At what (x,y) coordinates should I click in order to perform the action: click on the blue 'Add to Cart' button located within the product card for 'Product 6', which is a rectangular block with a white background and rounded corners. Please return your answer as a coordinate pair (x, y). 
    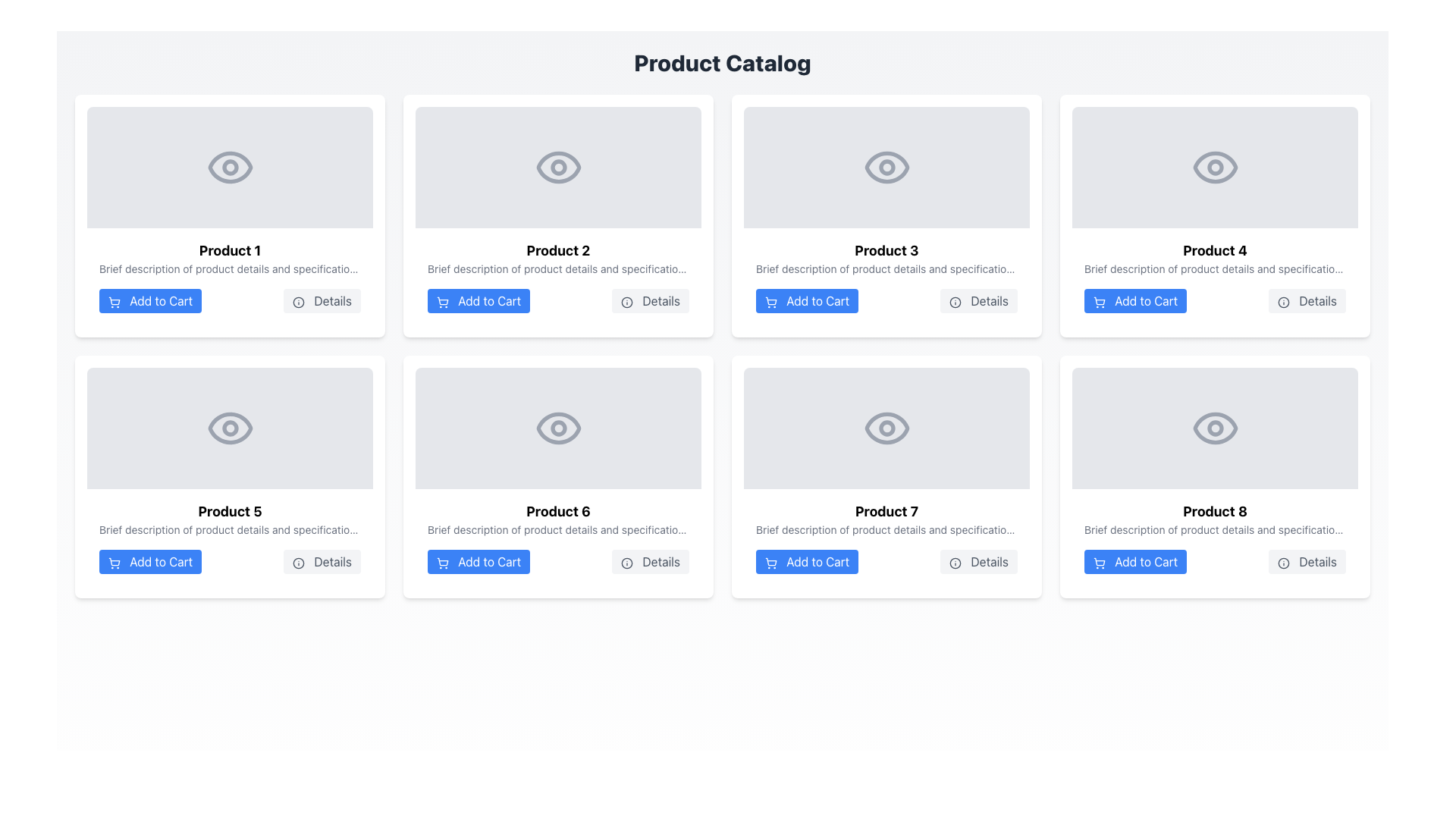
    Looking at the image, I should click on (557, 537).